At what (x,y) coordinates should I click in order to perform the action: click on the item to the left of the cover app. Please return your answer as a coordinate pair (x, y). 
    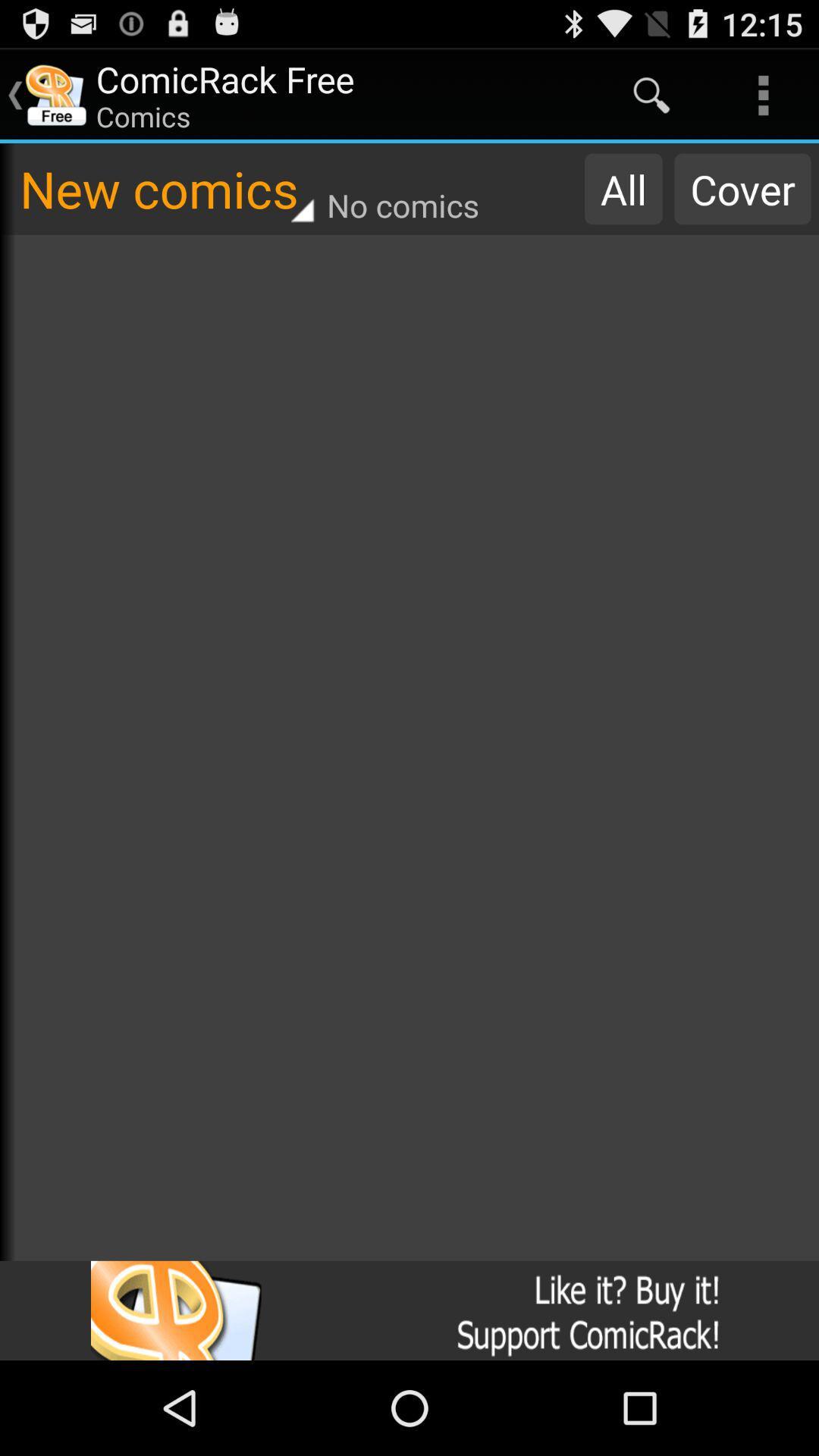
    Looking at the image, I should click on (623, 188).